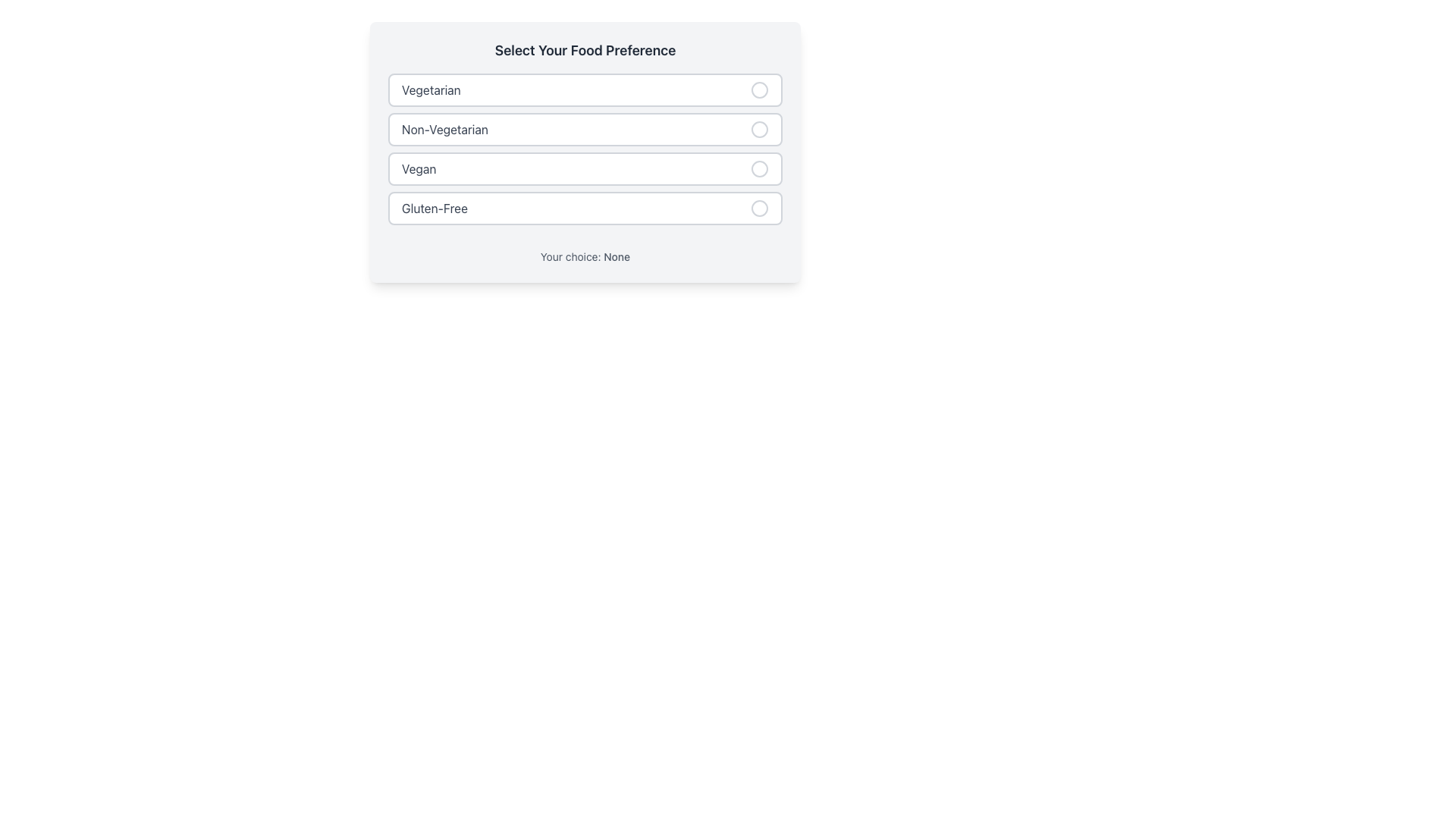 This screenshot has height=819, width=1456. What do you see at coordinates (585, 128) in the screenshot?
I see `the 'Non-Vegetarian' radio button option located under the 'Select Your Food Preference' section` at bounding box center [585, 128].